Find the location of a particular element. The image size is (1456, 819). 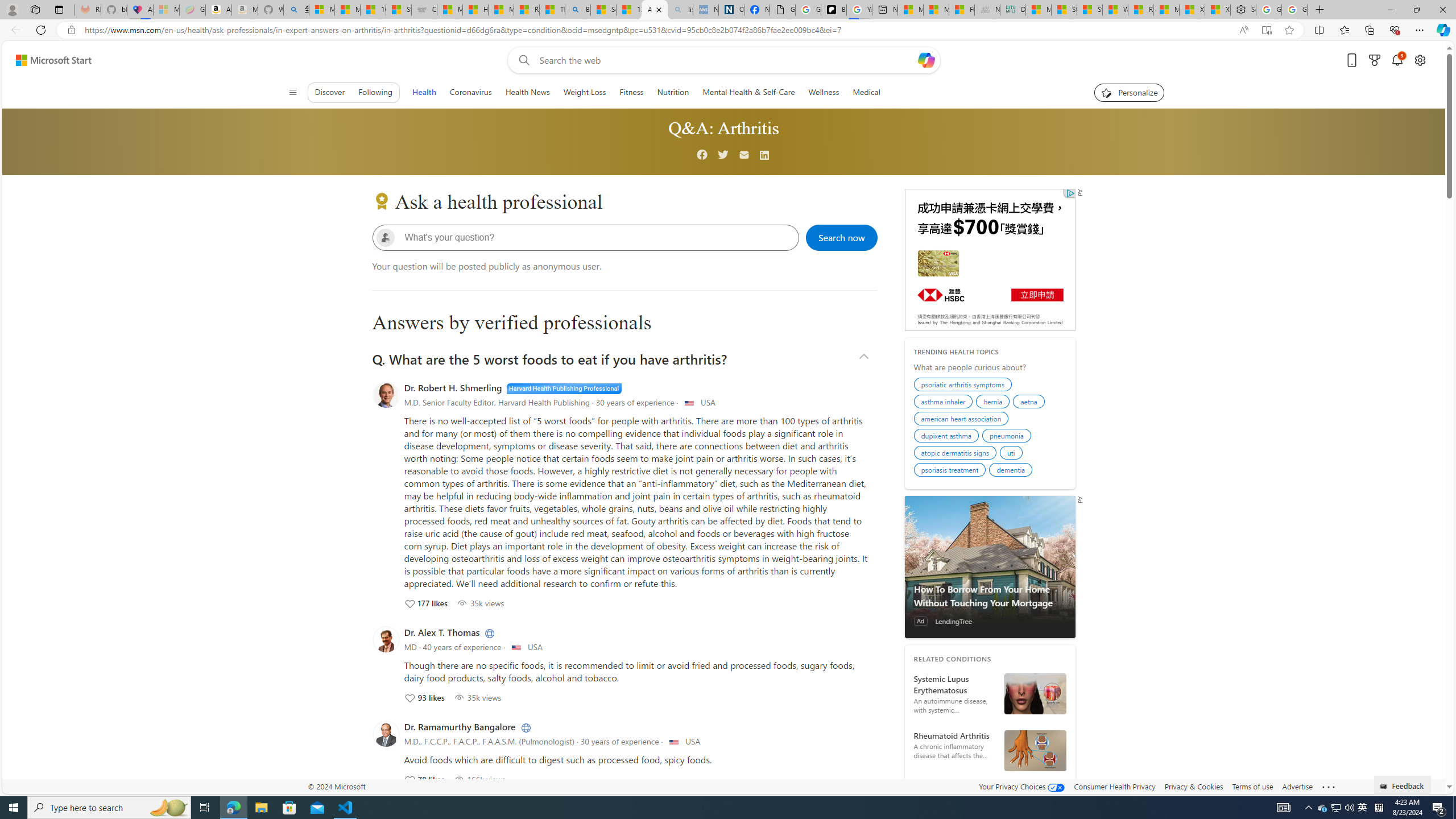

'Linkedin' is located at coordinates (765, 155).